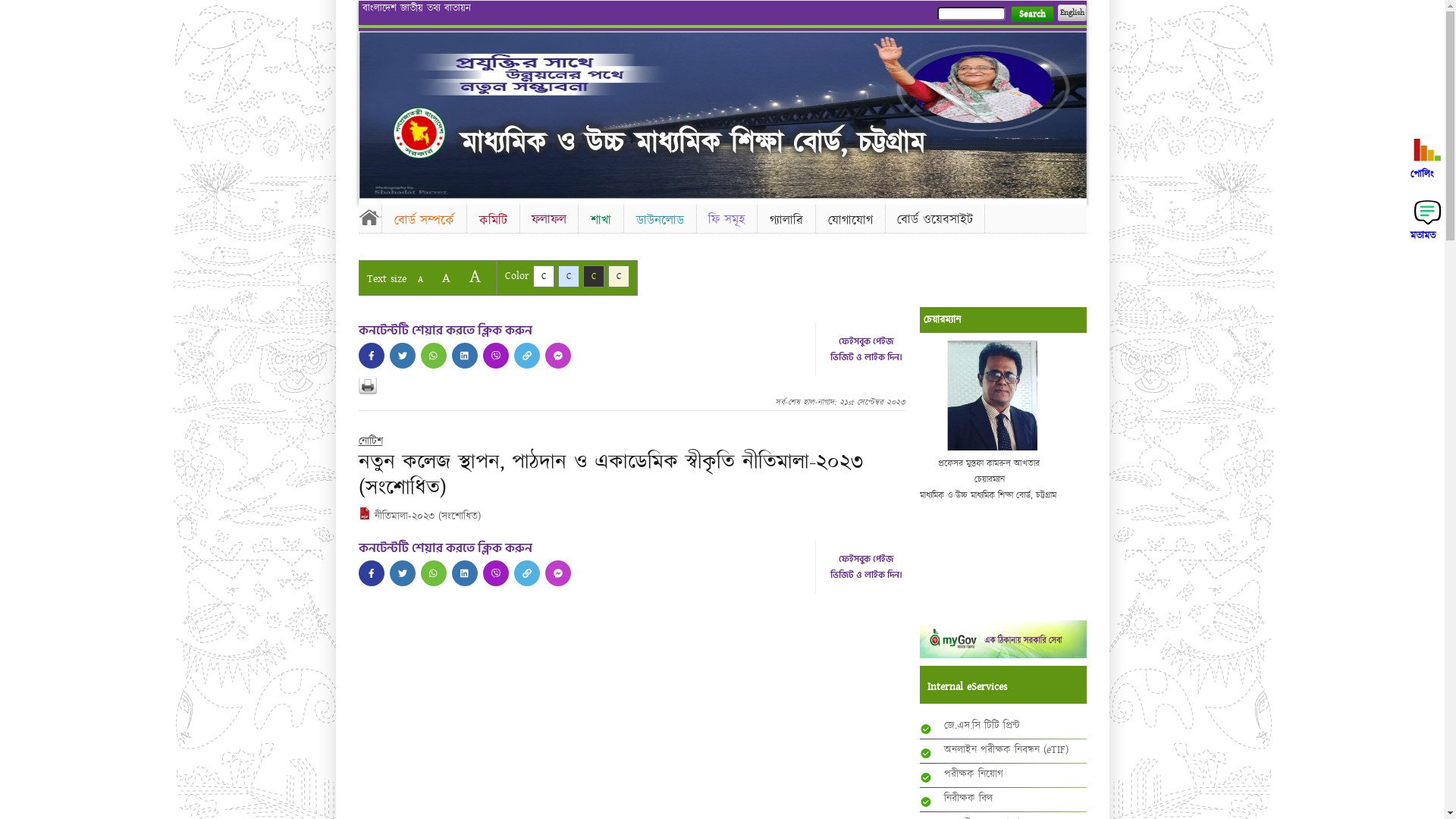  What do you see at coordinates (592, 276) in the screenshot?
I see `'C'` at bounding box center [592, 276].